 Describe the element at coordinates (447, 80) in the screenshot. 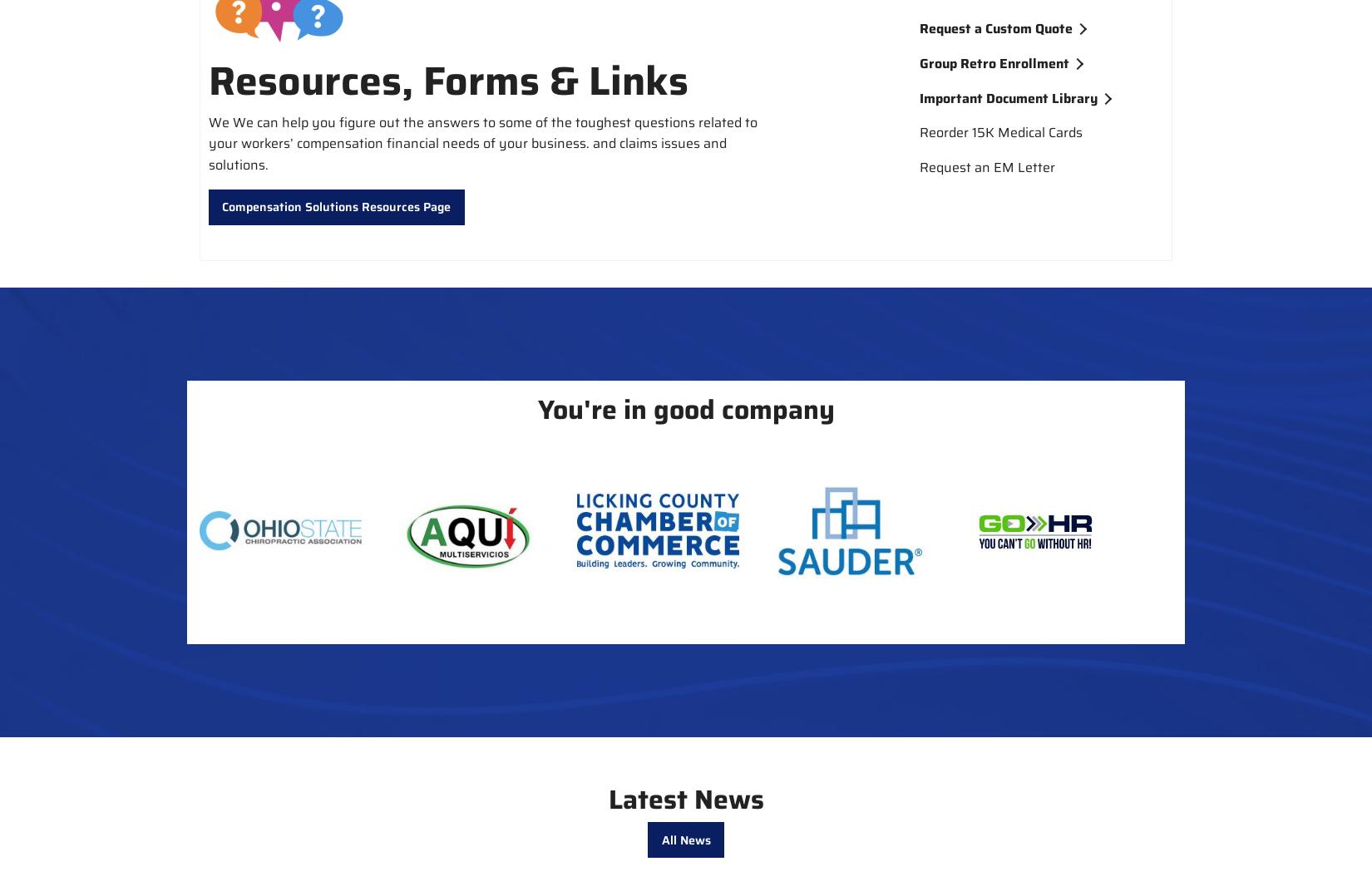

I see `'Resources, Forms & Links'` at that location.